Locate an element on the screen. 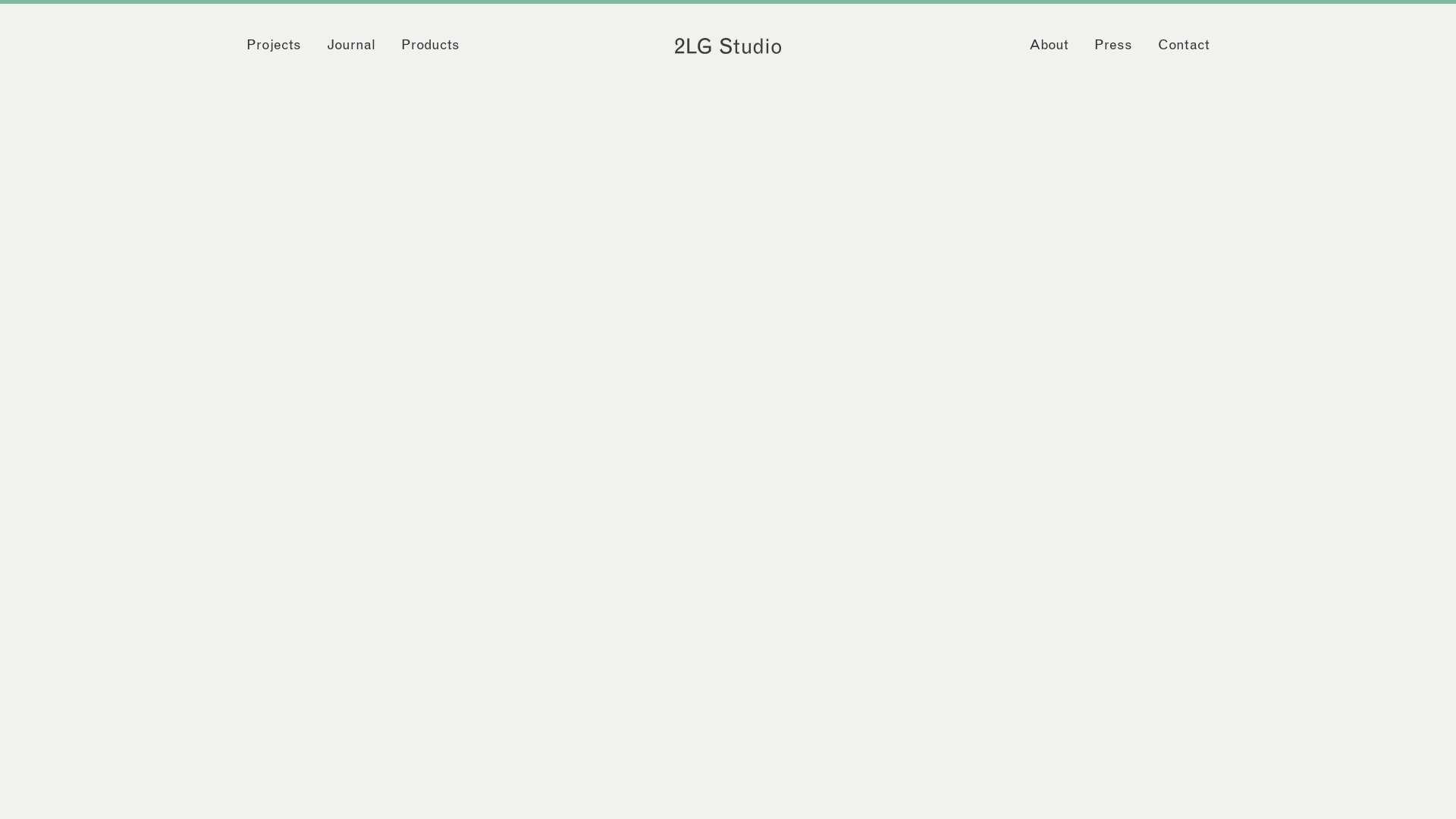 The height and width of the screenshot is (819, 1456). 'Projects' is located at coordinates (273, 45).